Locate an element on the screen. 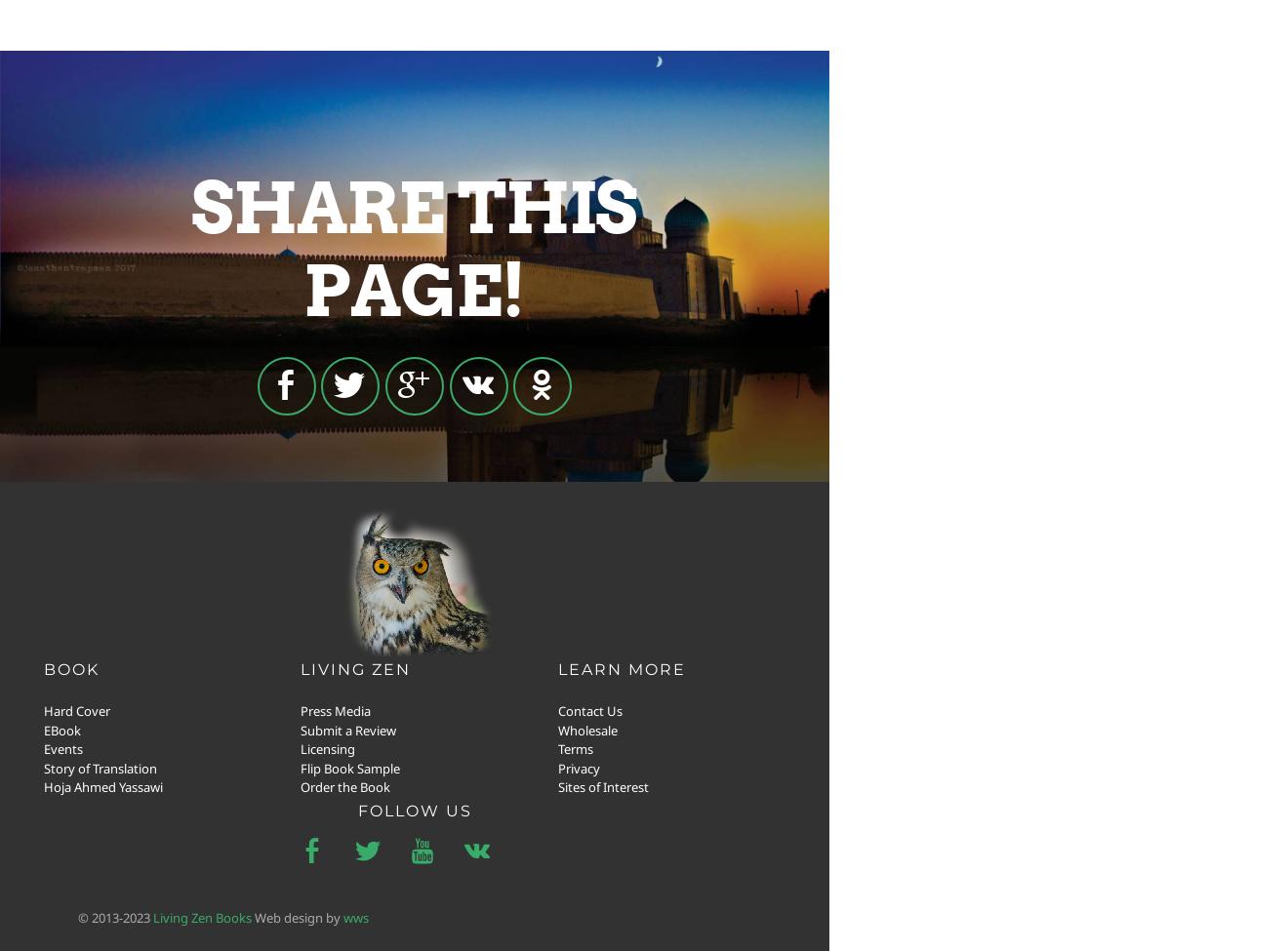 The image size is (1288, 951). 'Living Zen Books' is located at coordinates (202, 915).